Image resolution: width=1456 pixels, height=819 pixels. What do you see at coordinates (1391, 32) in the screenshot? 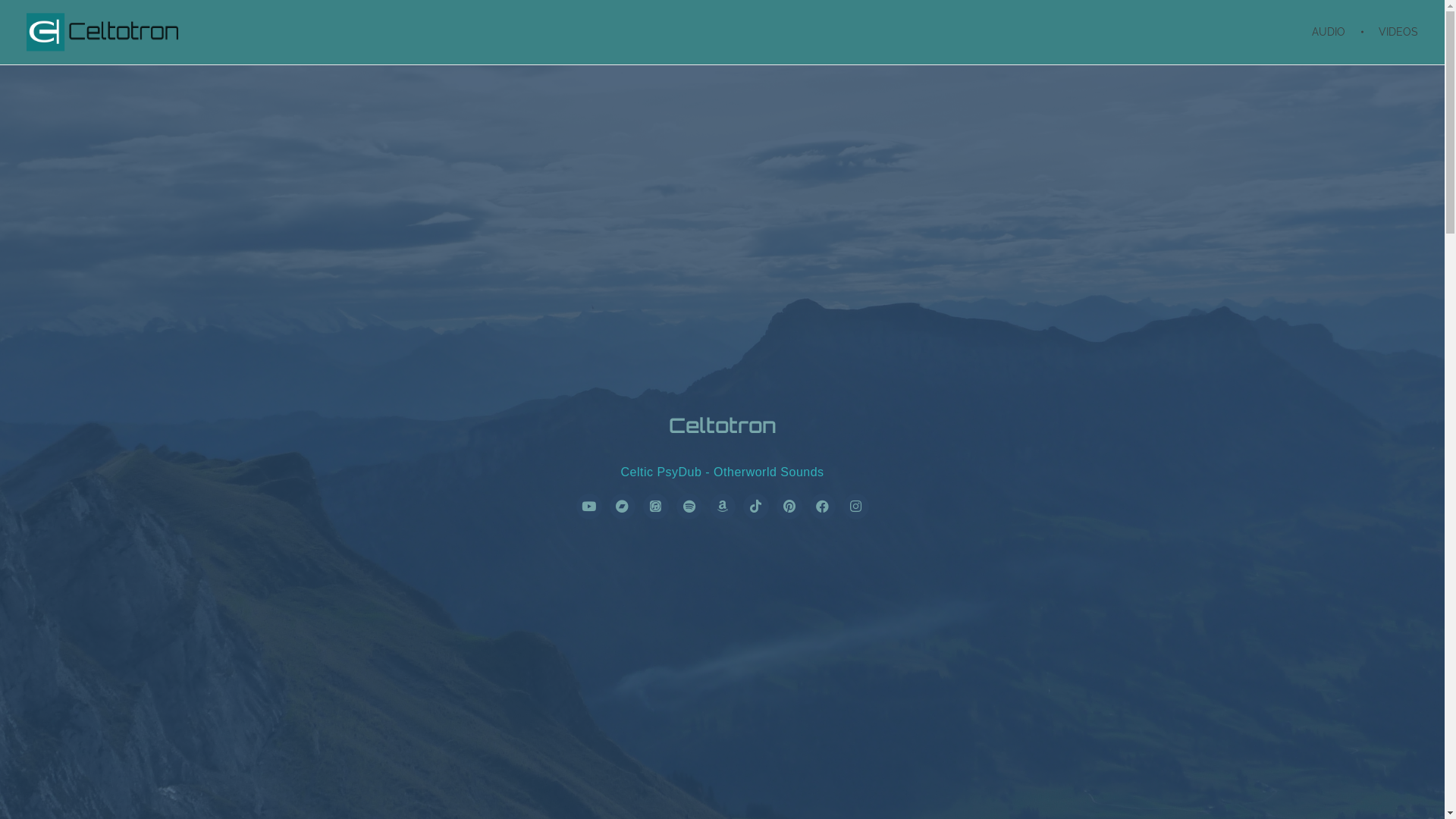
I see `'VIDEOS'` at bounding box center [1391, 32].